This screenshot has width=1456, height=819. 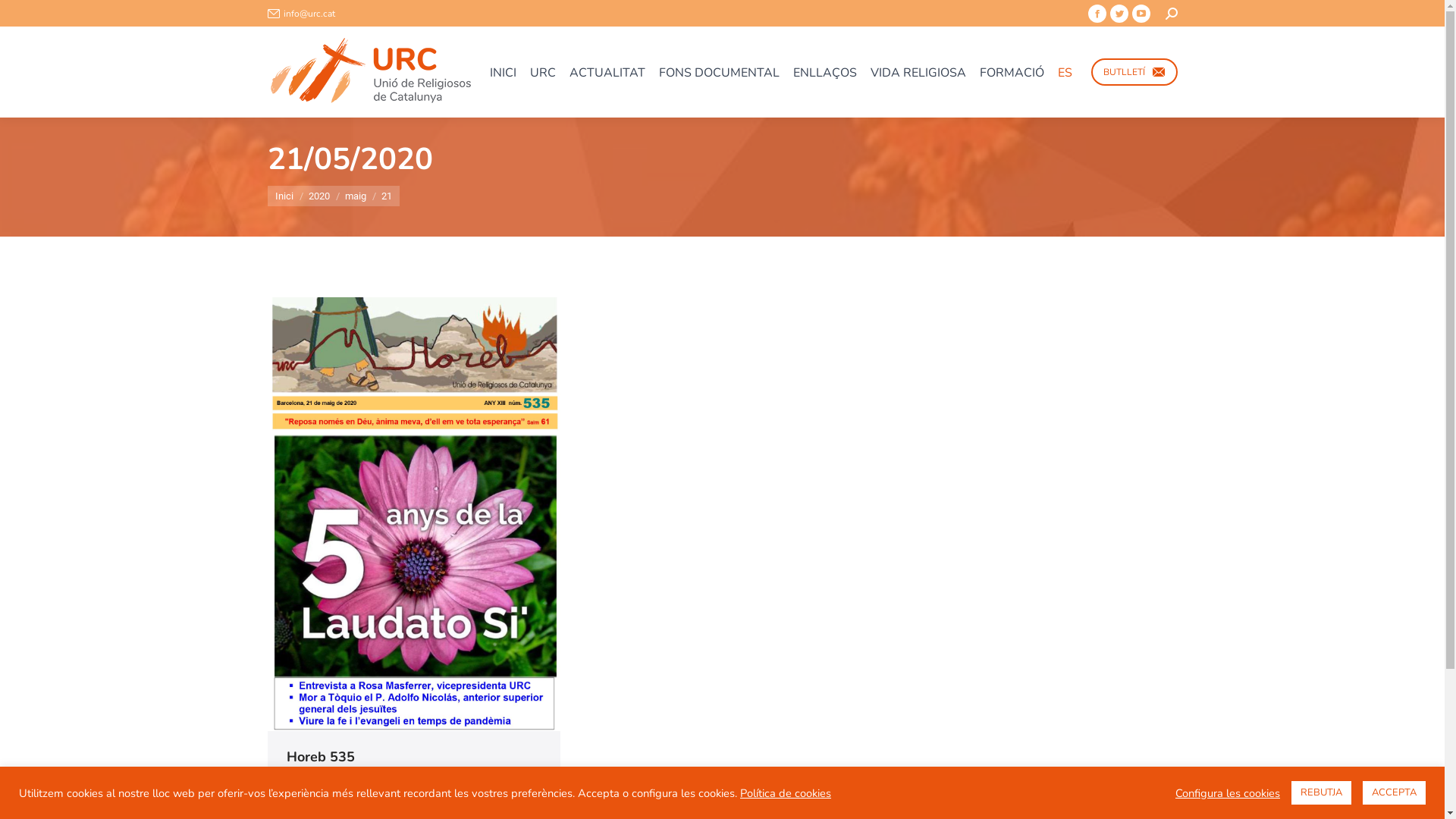 I want to click on 'URC', so click(x=542, y=72).